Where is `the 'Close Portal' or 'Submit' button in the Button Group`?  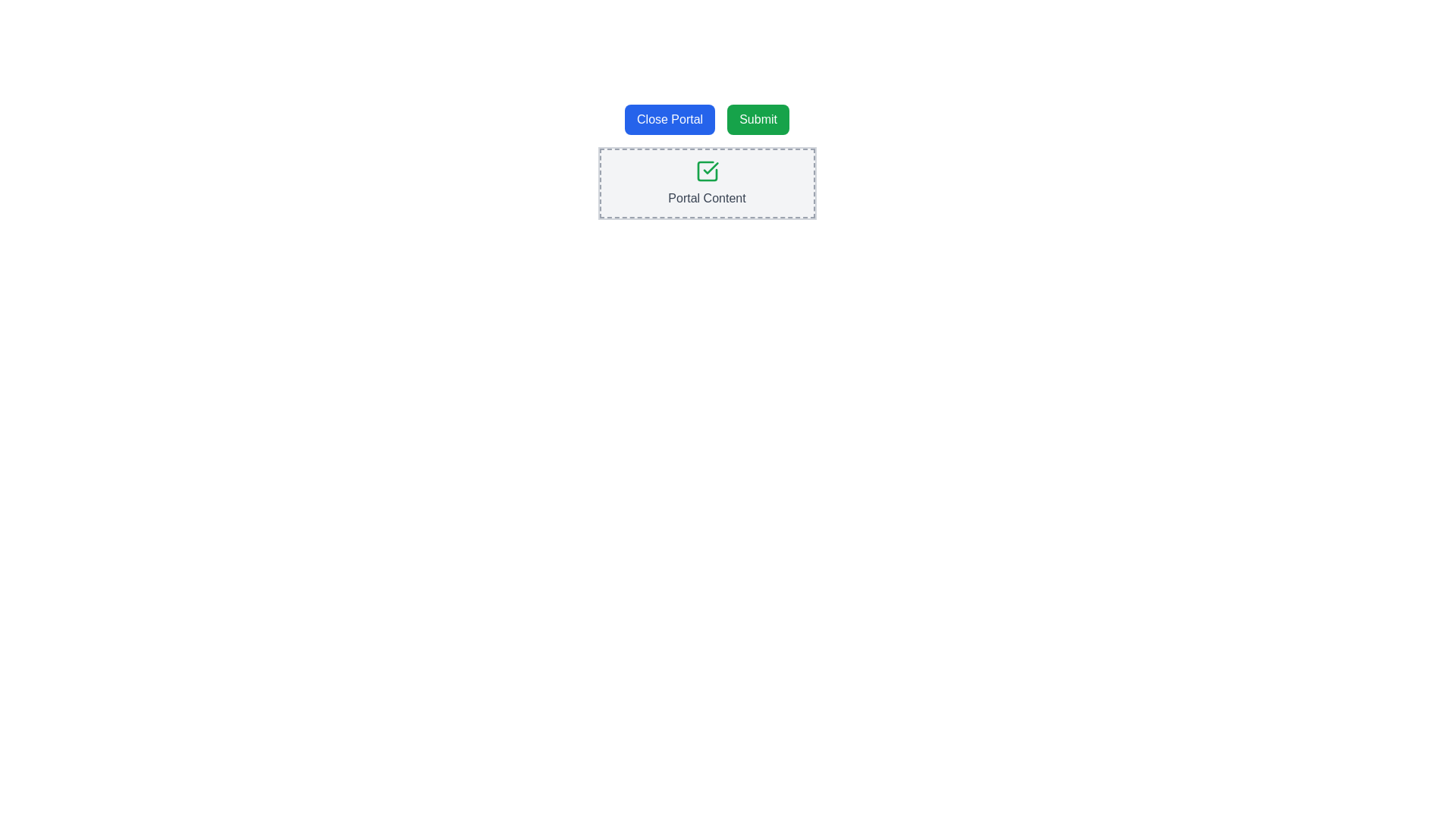
the 'Close Portal' or 'Submit' button in the Button Group is located at coordinates (706, 119).